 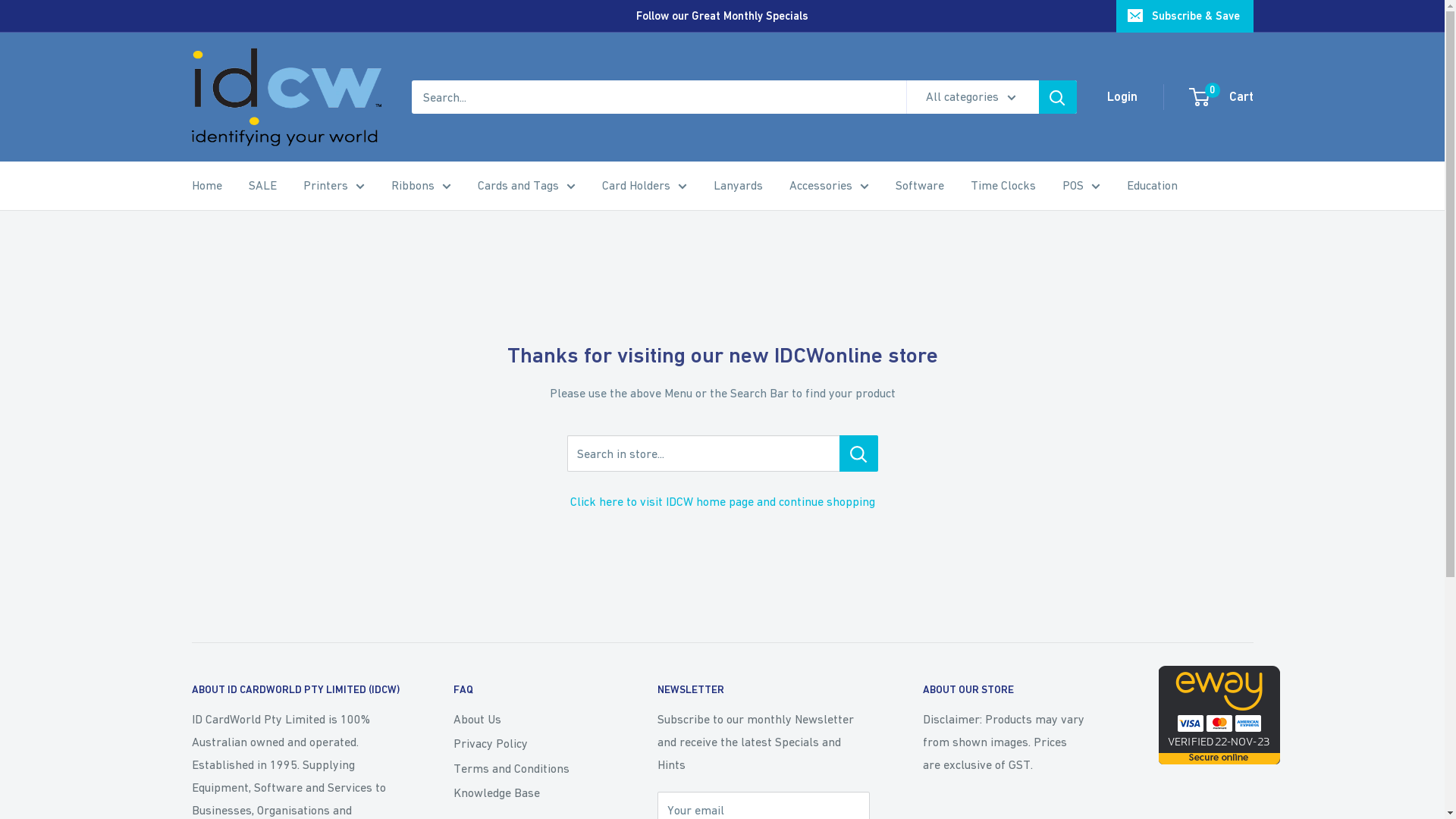 I want to click on 'Subscribe & Save', so click(x=1116, y=15).